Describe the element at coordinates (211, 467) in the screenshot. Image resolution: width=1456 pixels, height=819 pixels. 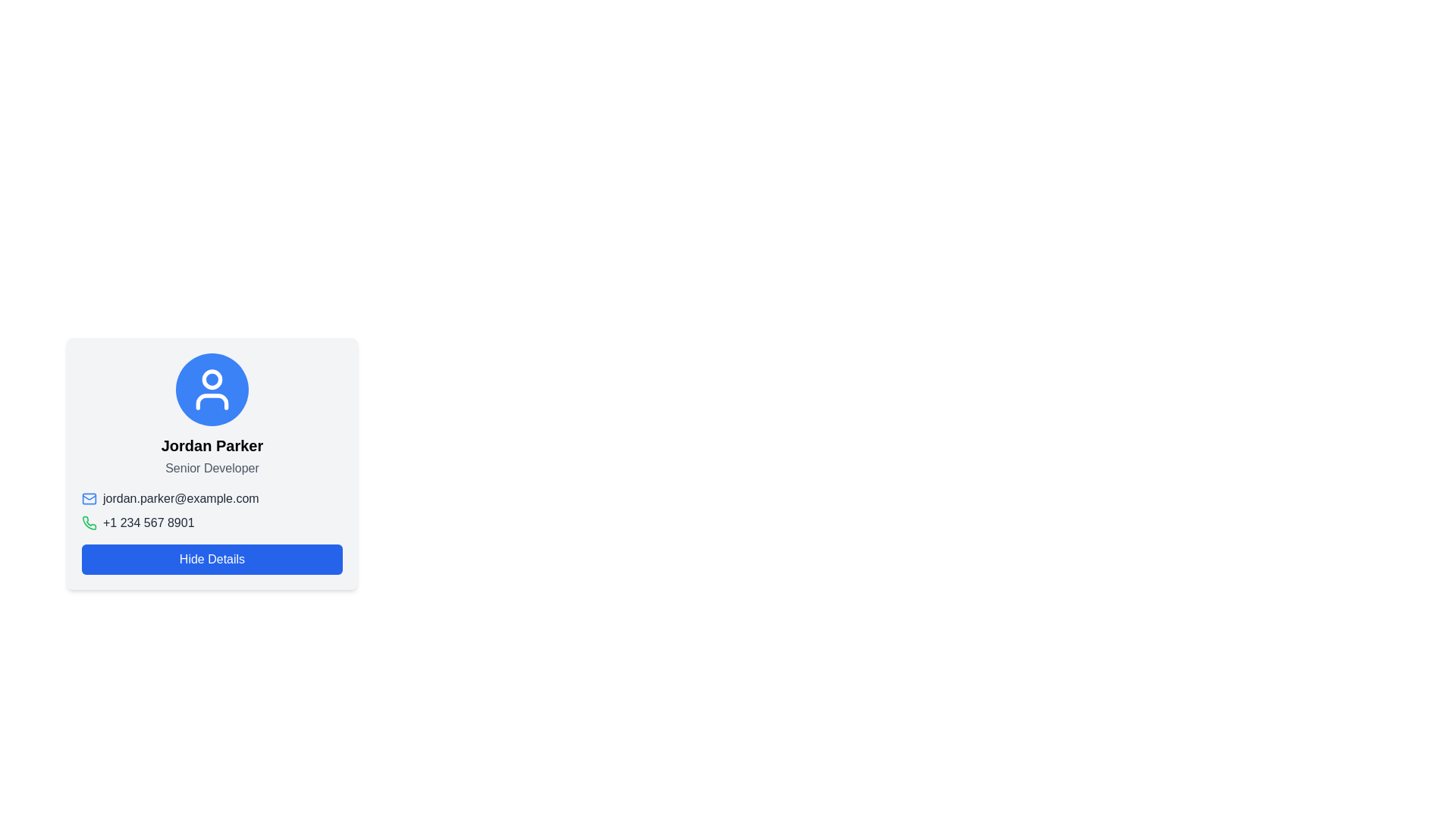
I see `the text label displaying 'Senior Developer', which is styled in a subtle gray color and located directly beneath the bold text 'Jordan Parker' within a centered layout card` at that location.